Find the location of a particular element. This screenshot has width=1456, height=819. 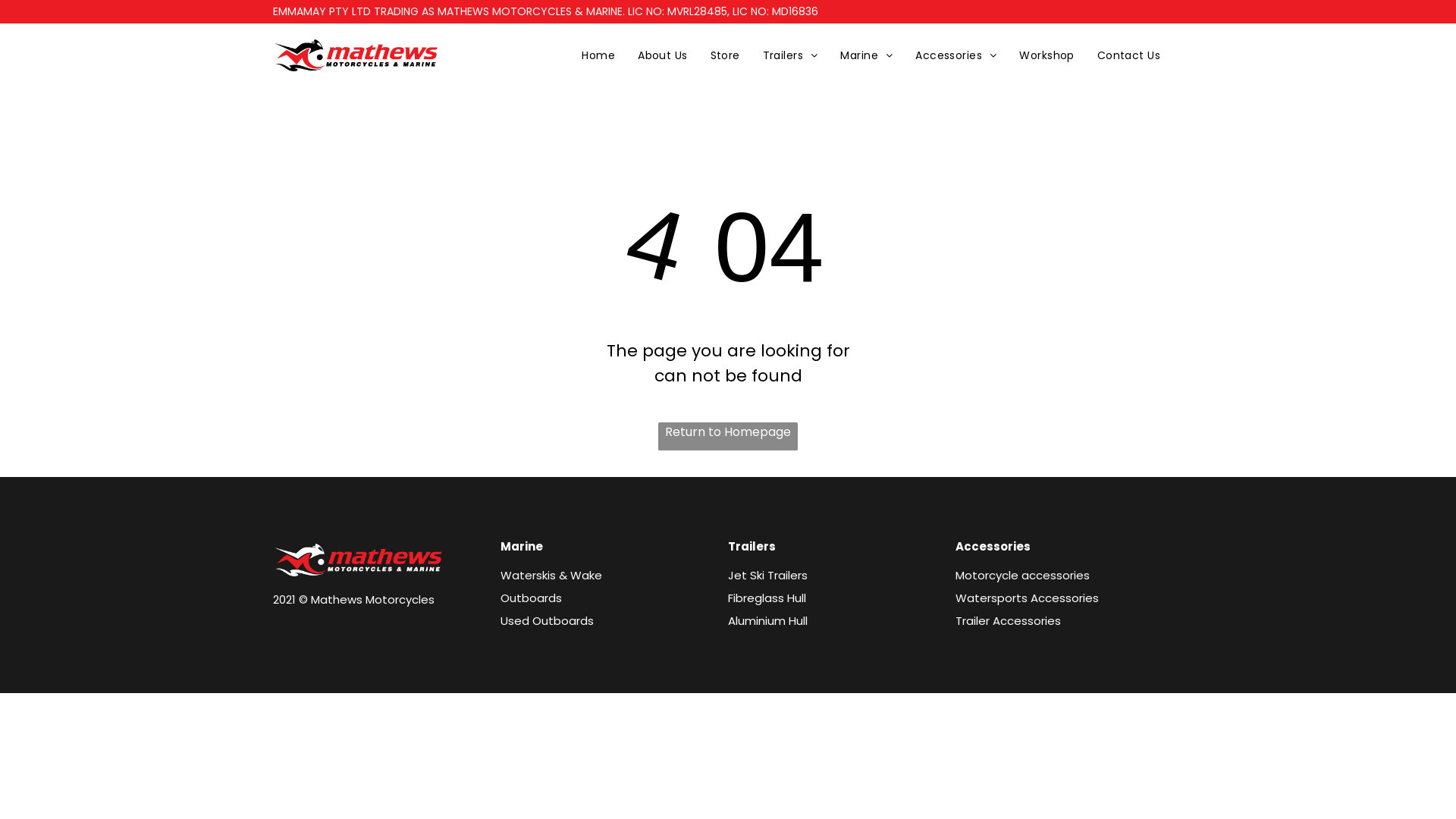

'Used Outboards' is located at coordinates (546, 620).